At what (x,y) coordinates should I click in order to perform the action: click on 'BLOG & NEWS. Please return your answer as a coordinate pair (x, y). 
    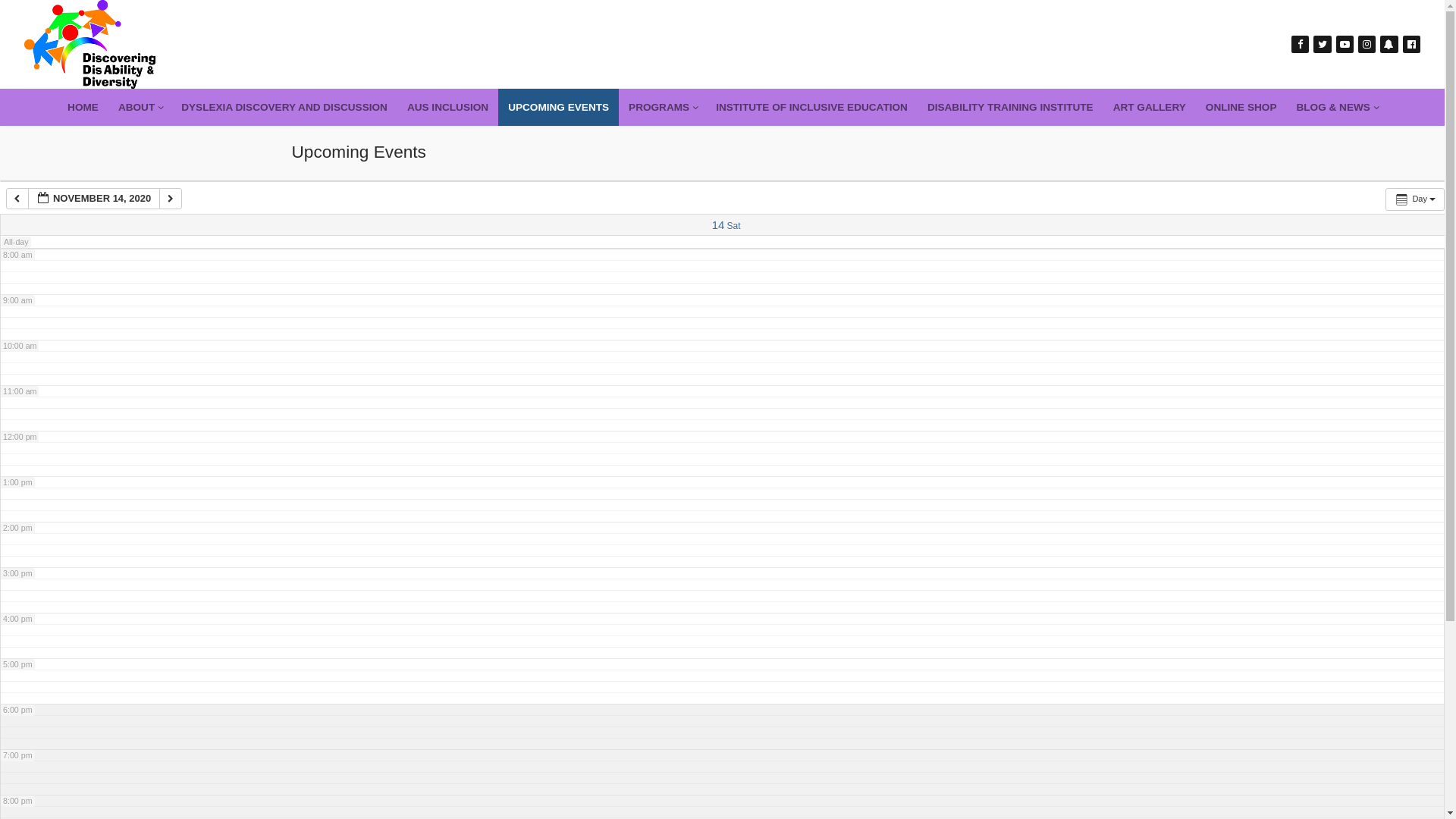
    Looking at the image, I should click on (1335, 106).